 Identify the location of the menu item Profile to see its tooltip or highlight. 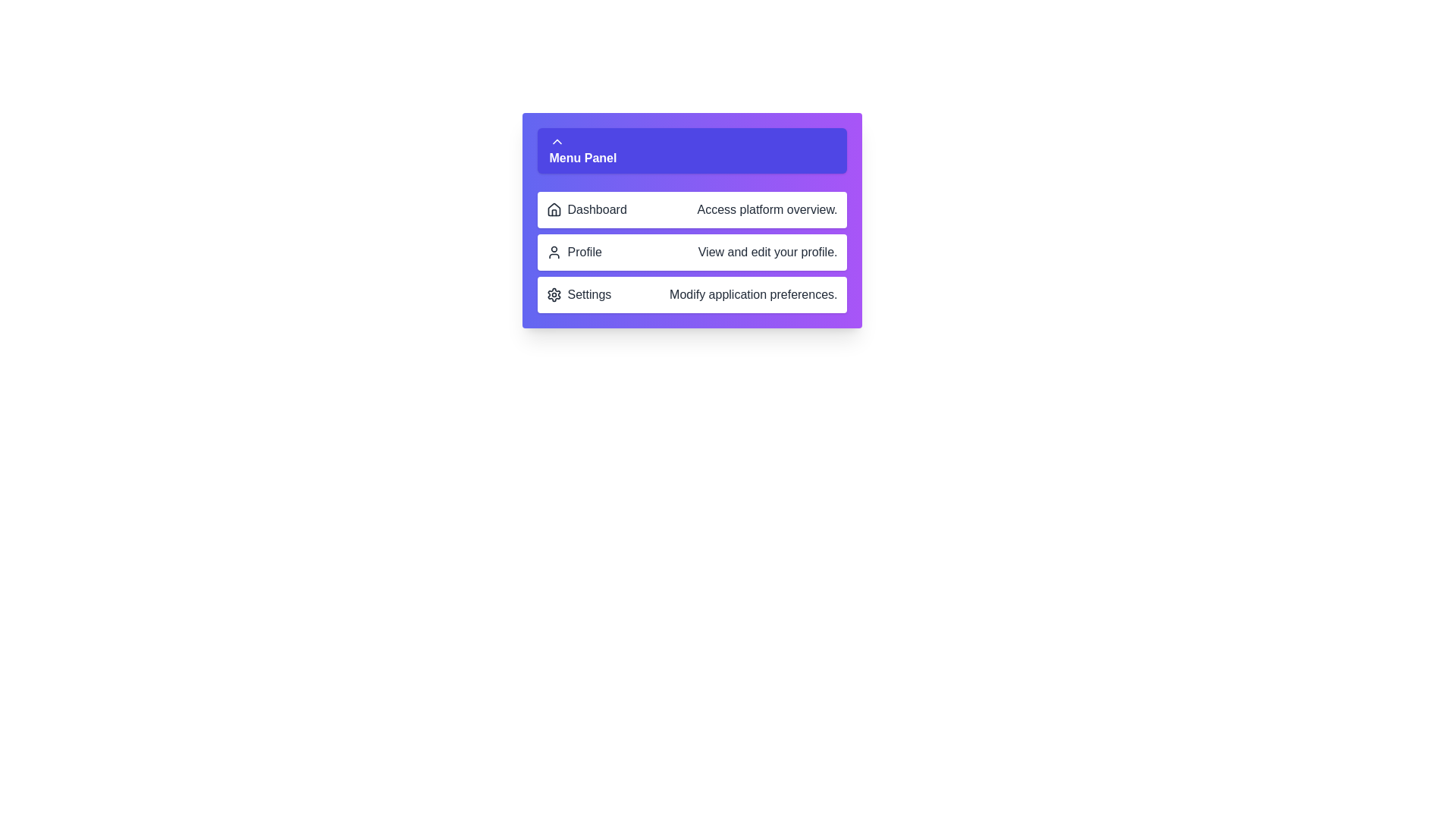
(691, 251).